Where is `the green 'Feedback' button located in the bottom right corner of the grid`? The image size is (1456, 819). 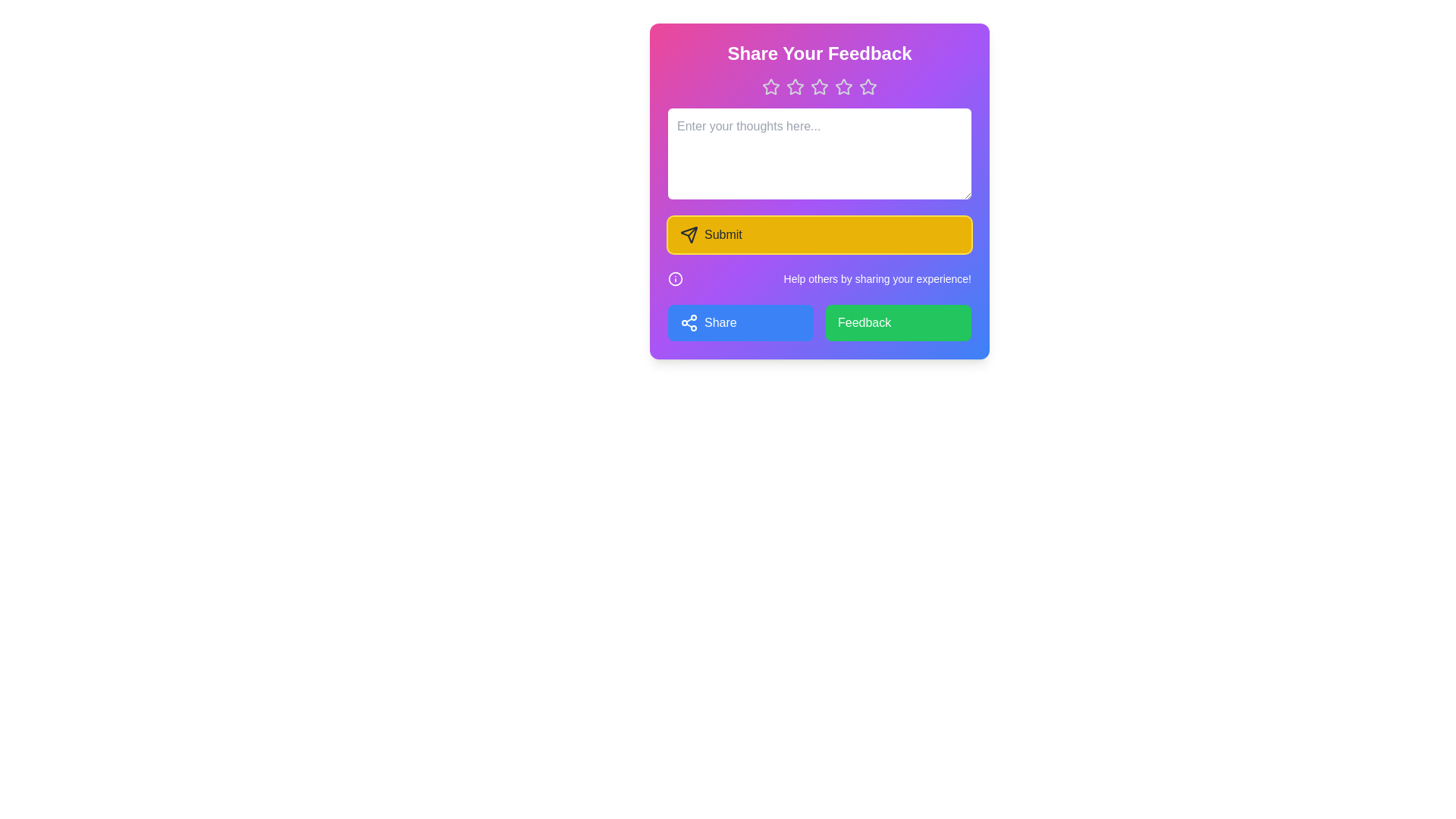 the green 'Feedback' button located in the bottom right corner of the grid is located at coordinates (899, 322).